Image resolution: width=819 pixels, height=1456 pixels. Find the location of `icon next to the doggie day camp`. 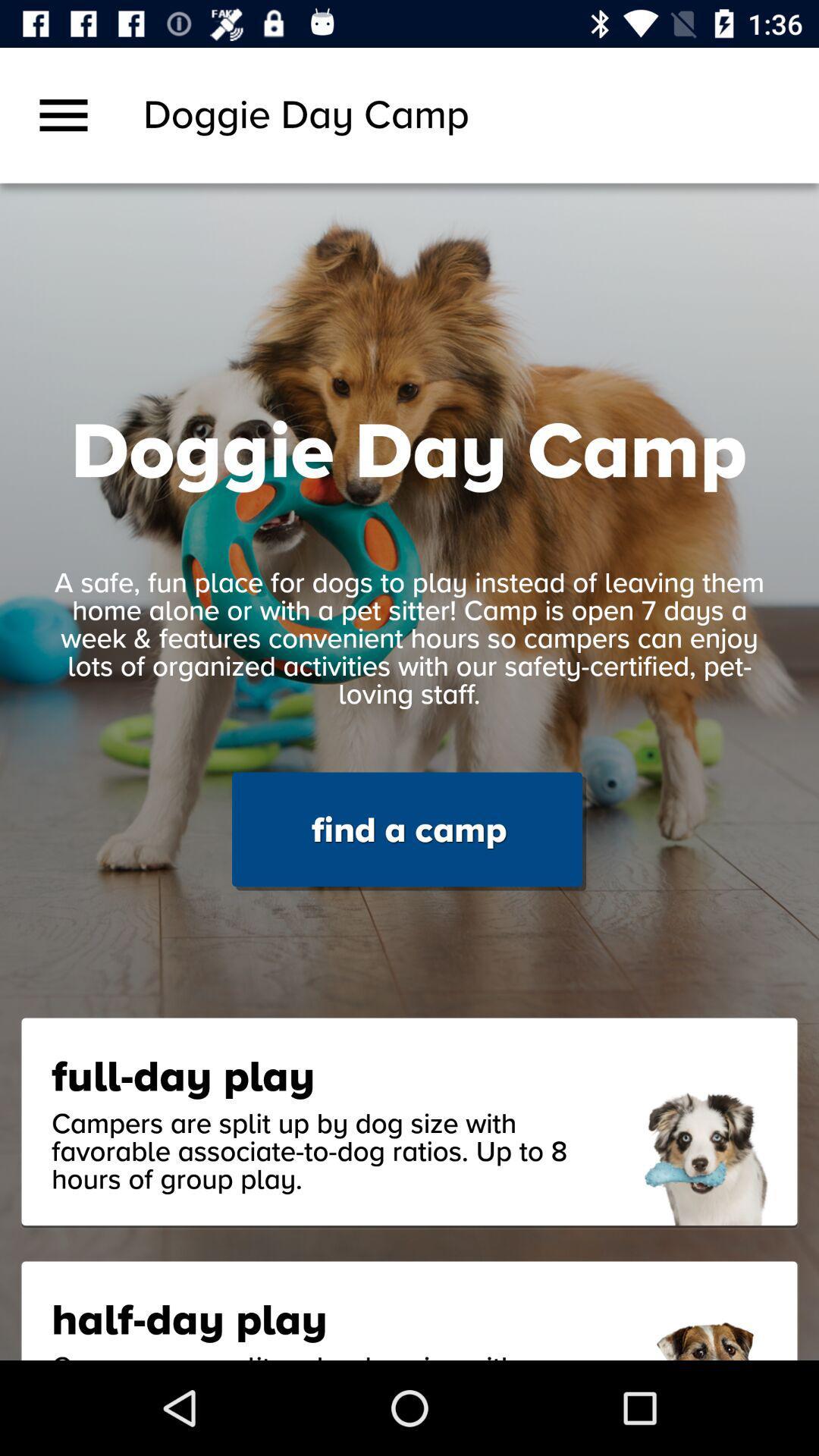

icon next to the doggie day camp is located at coordinates (63, 115).